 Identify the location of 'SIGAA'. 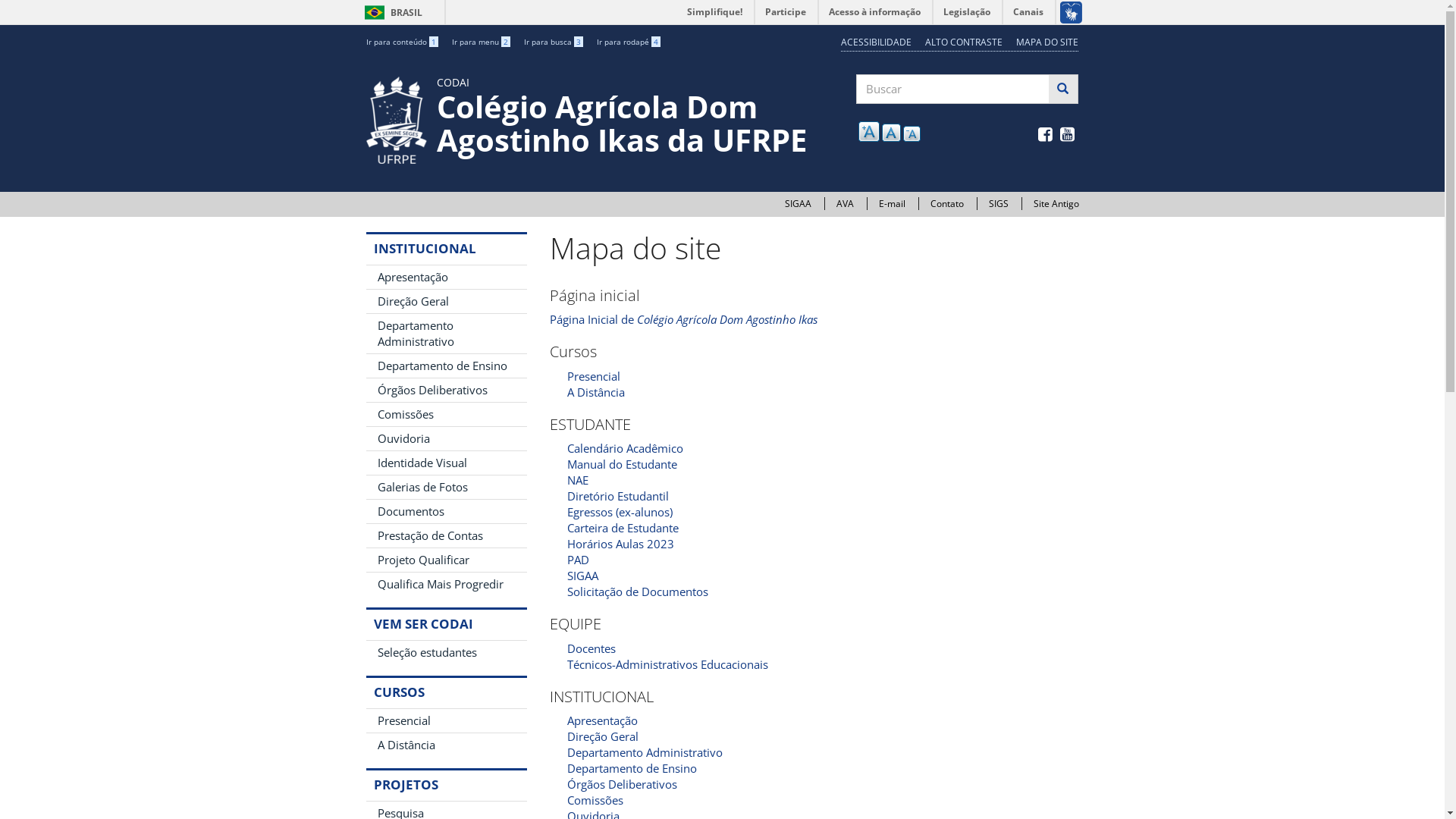
(783, 202).